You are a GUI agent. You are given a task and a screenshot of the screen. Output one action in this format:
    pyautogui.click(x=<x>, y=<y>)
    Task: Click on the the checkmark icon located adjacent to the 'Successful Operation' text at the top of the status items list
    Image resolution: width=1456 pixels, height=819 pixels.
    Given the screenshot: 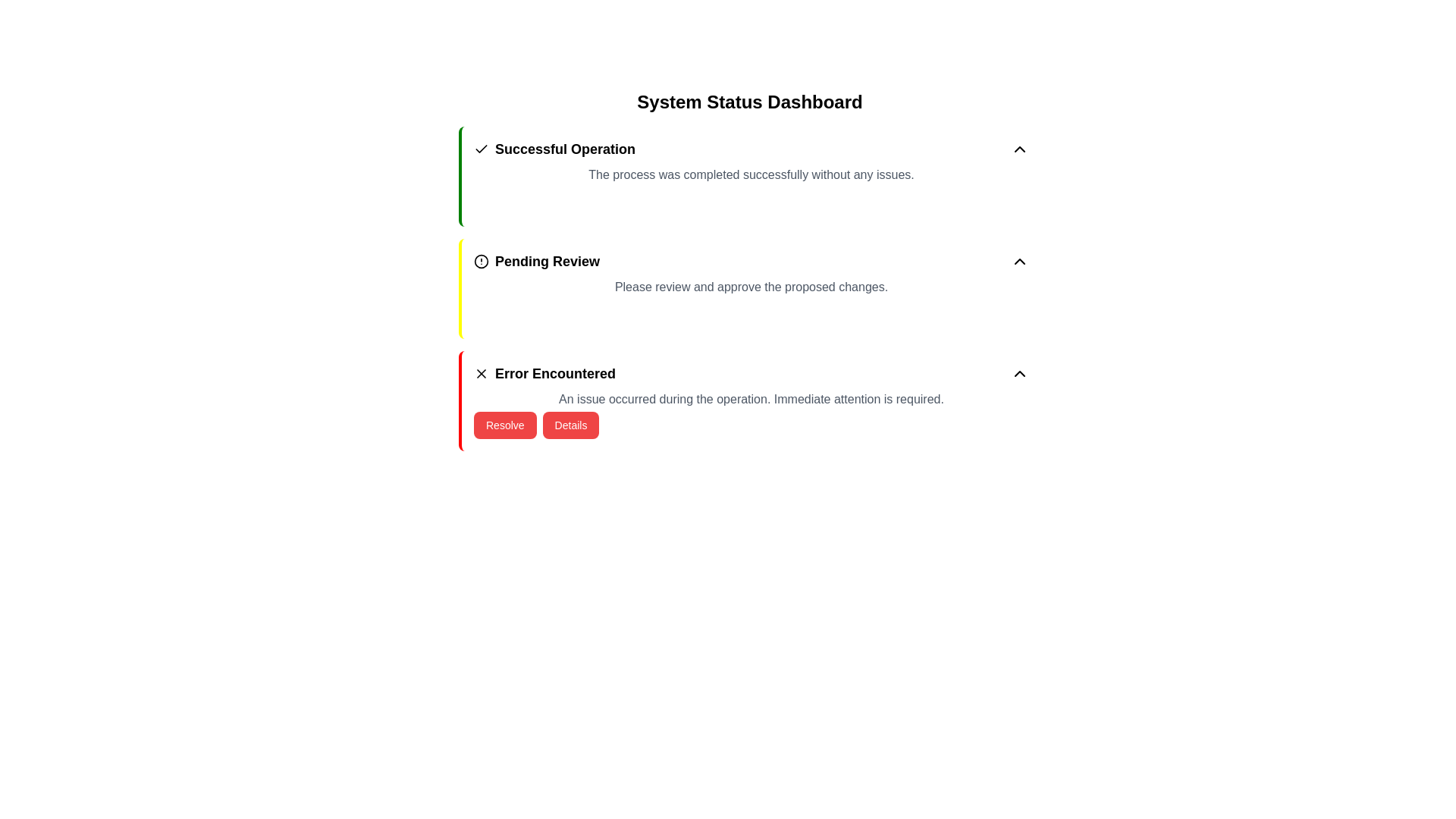 What is the action you would take?
    pyautogui.click(x=480, y=149)
    